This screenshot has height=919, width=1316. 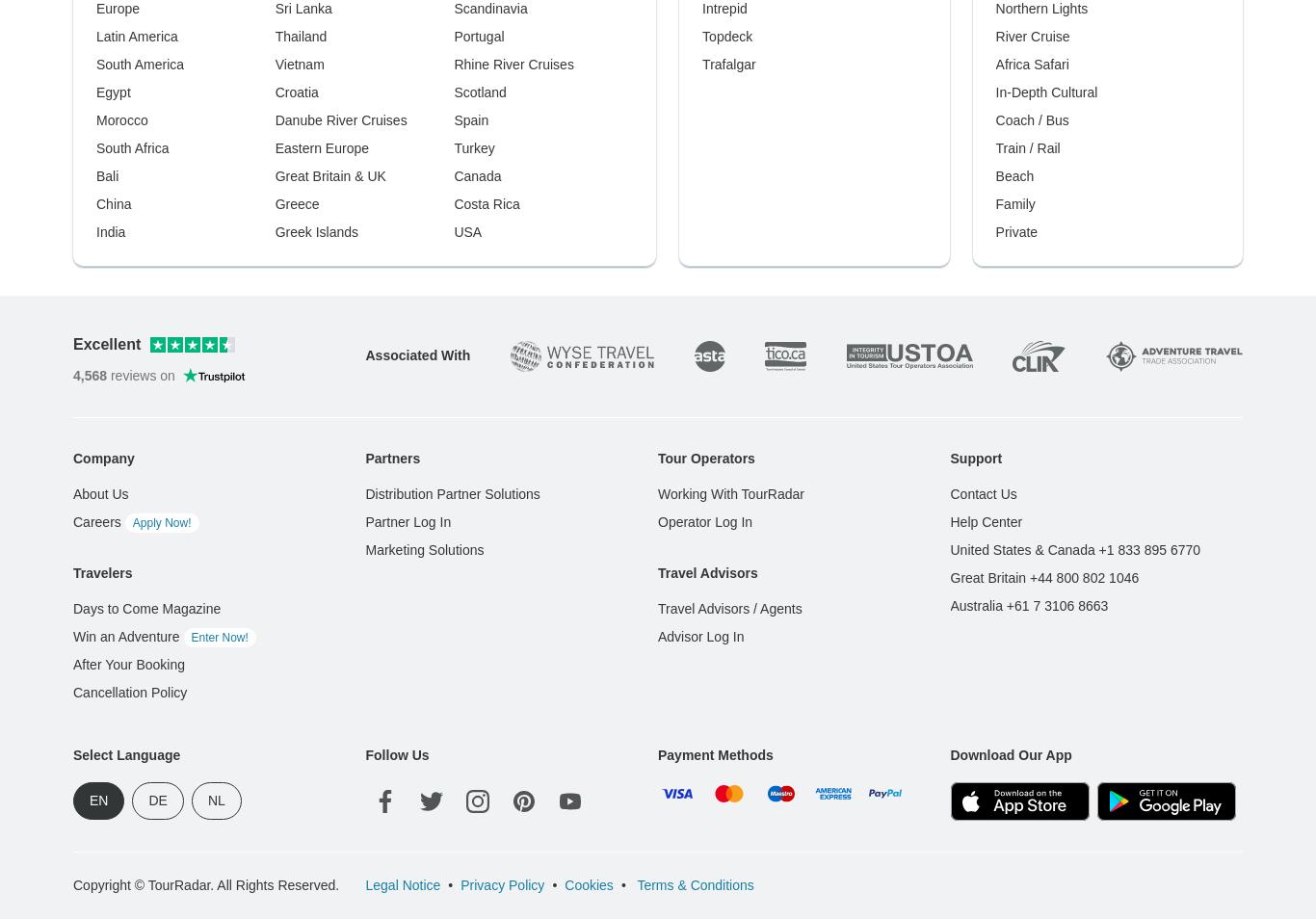 What do you see at coordinates (452, 492) in the screenshot?
I see `'Distribution Partner Solutions'` at bounding box center [452, 492].